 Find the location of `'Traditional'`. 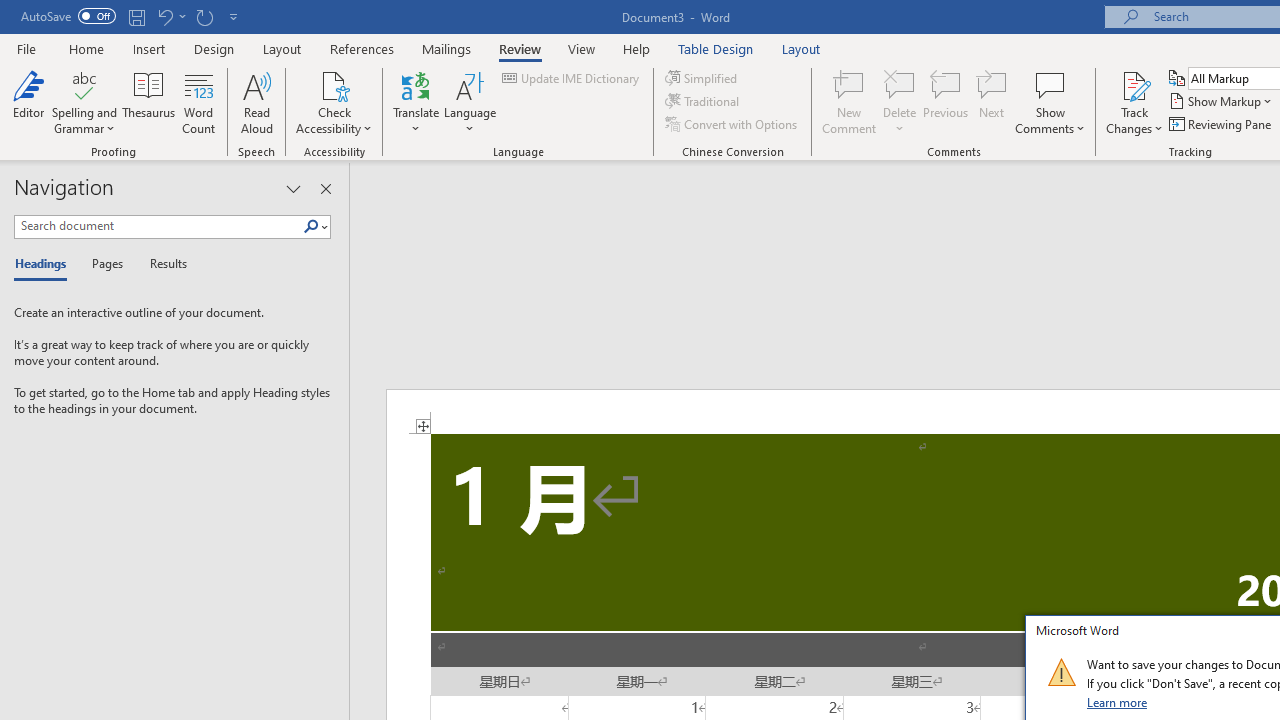

'Traditional' is located at coordinates (704, 101).